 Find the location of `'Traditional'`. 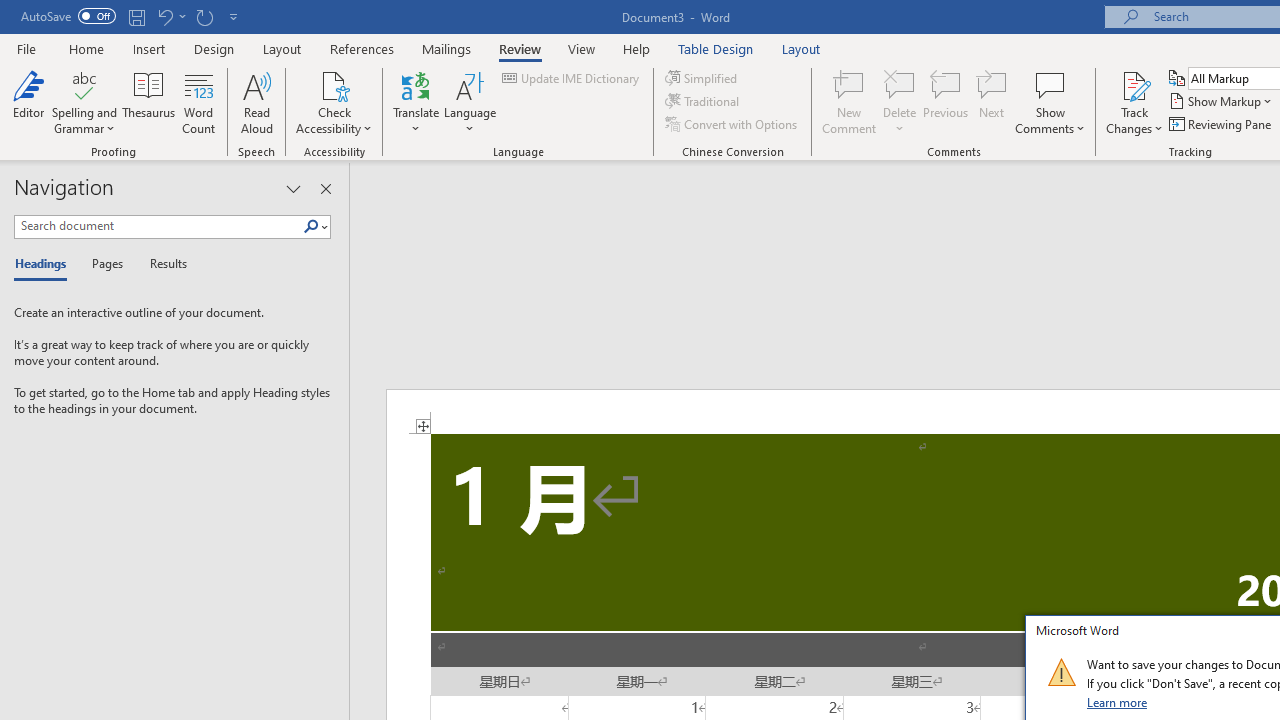

'Traditional' is located at coordinates (704, 101).